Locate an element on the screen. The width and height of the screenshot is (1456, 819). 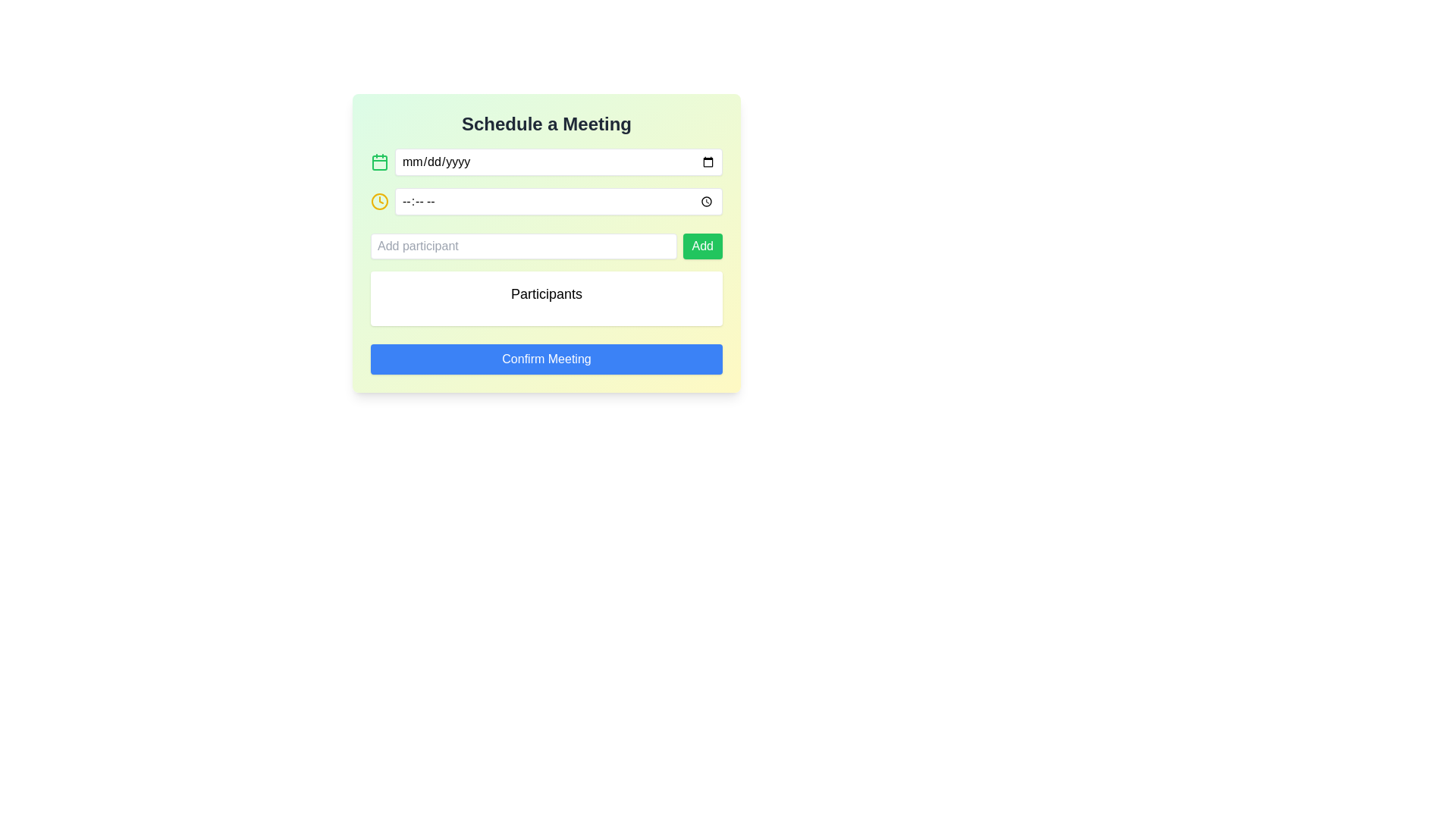
the combined date and time picker input fields located centrally within the meeting scheduling form, positioned below the title 'Schedule a Meeting' is located at coordinates (546, 180).